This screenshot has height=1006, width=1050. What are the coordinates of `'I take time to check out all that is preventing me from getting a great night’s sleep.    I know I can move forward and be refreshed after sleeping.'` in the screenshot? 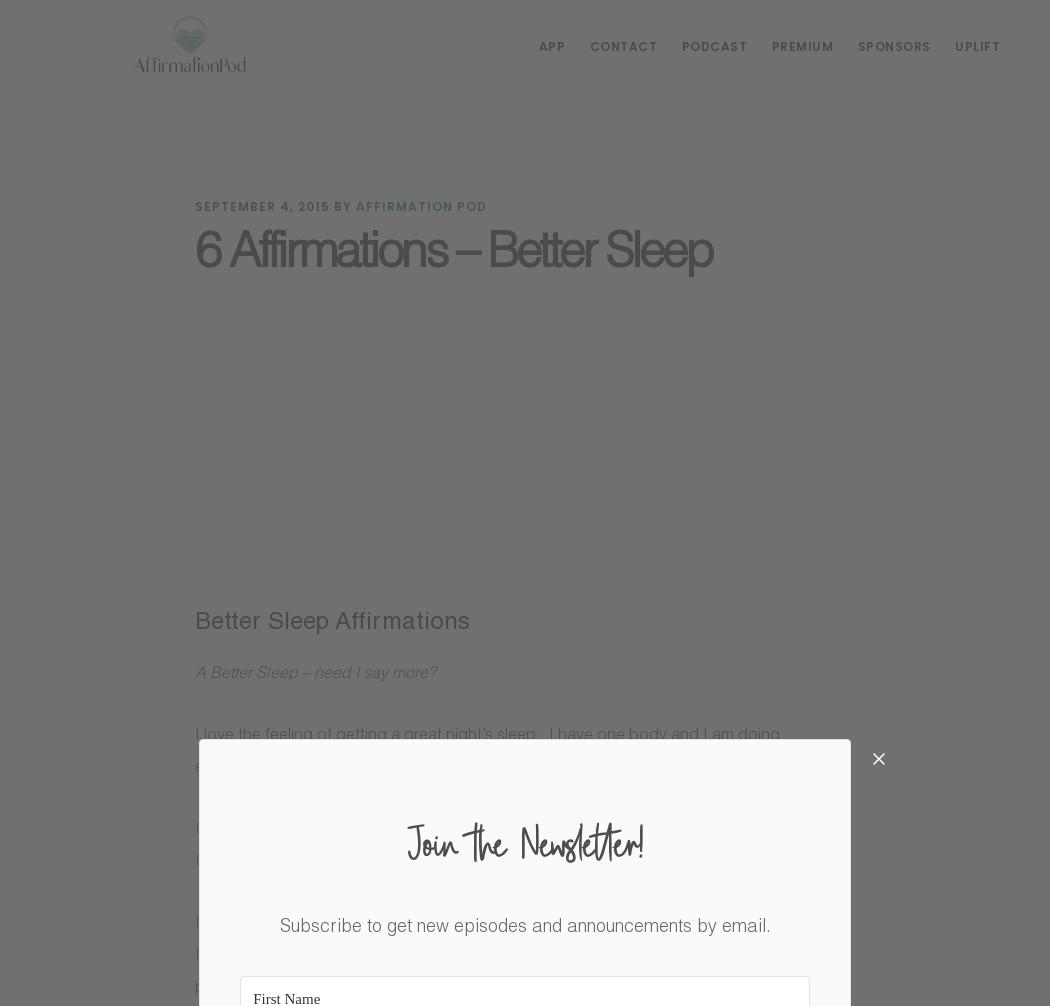 It's located at (520, 845).